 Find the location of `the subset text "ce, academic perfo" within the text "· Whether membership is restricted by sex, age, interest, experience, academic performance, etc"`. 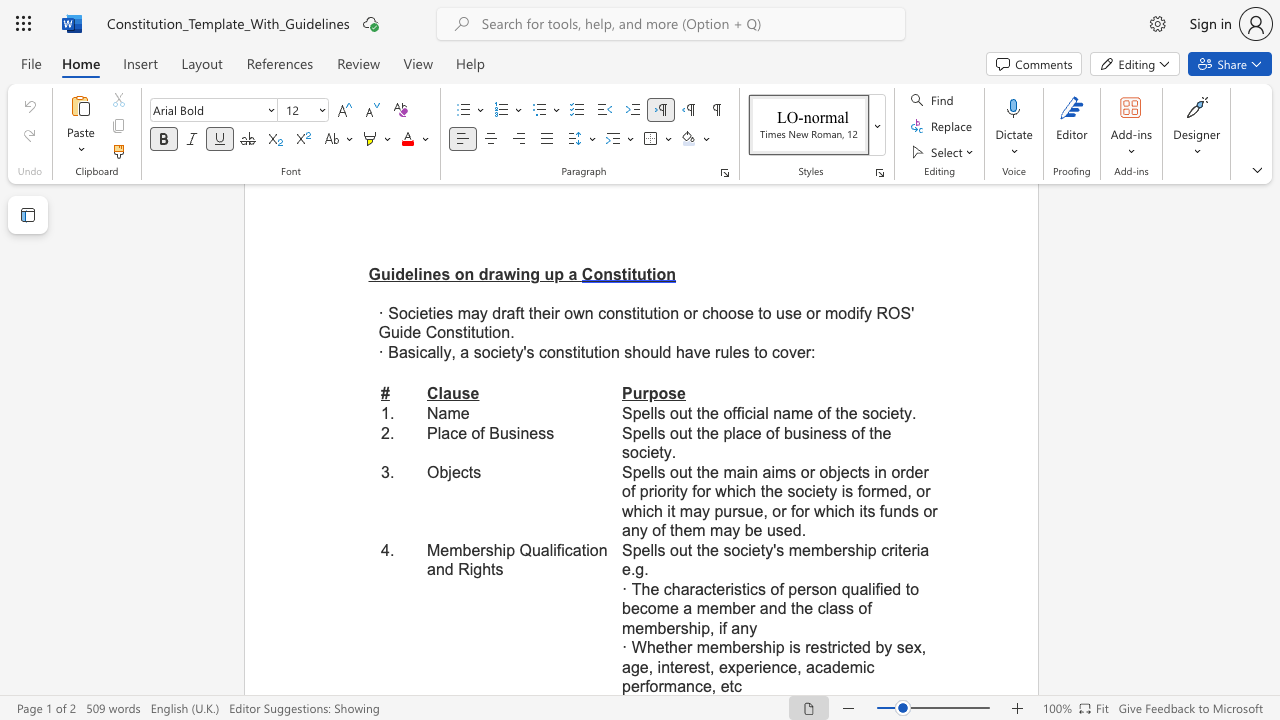

the subset text "ce, academic perfo" within the text "· Whether membership is restricted by sex, age, interest, experience, academic performance, etc" is located at coordinates (779, 667).